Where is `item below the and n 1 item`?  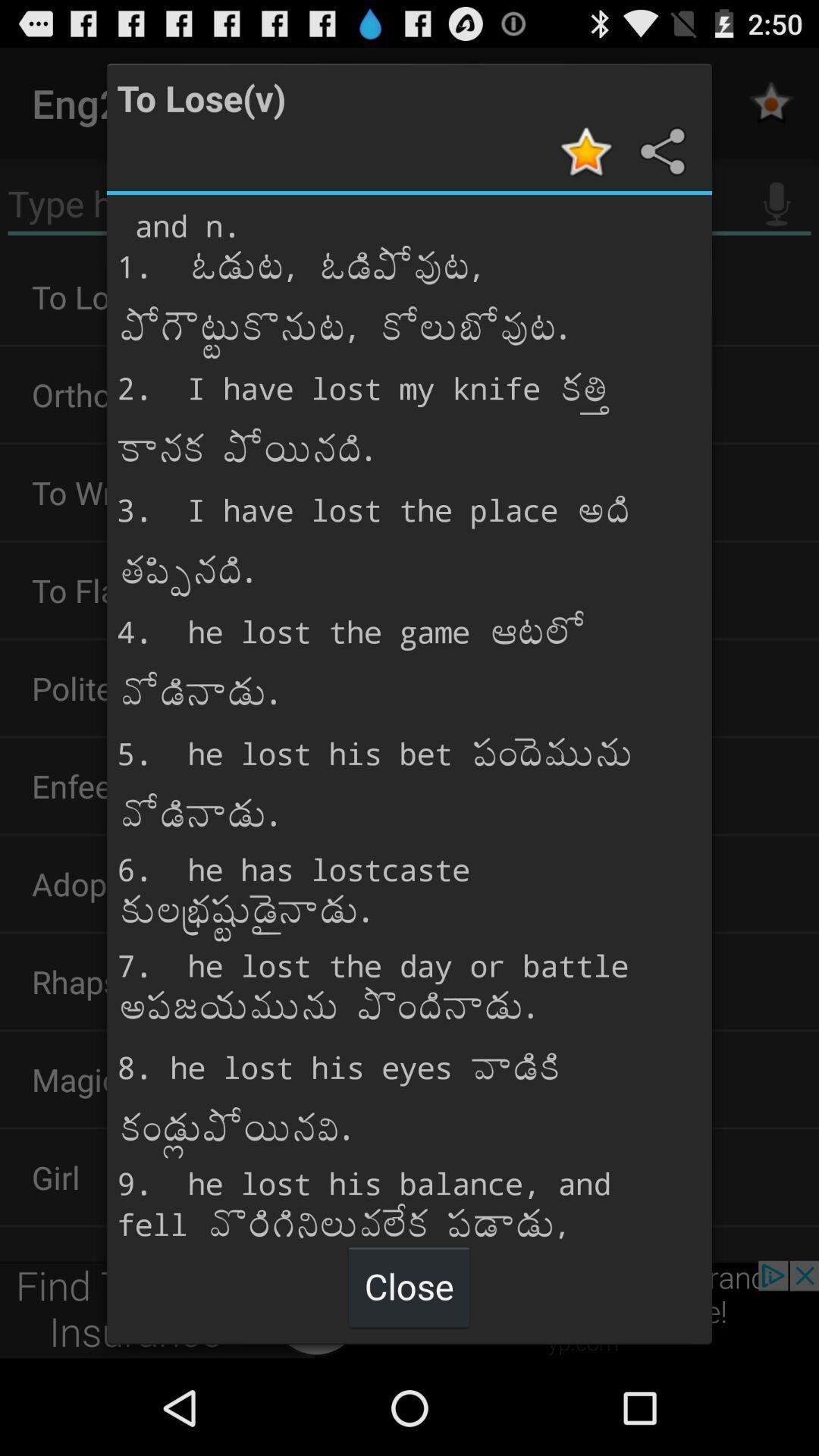
item below the and n 1 item is located at coordinates (408, 1285).